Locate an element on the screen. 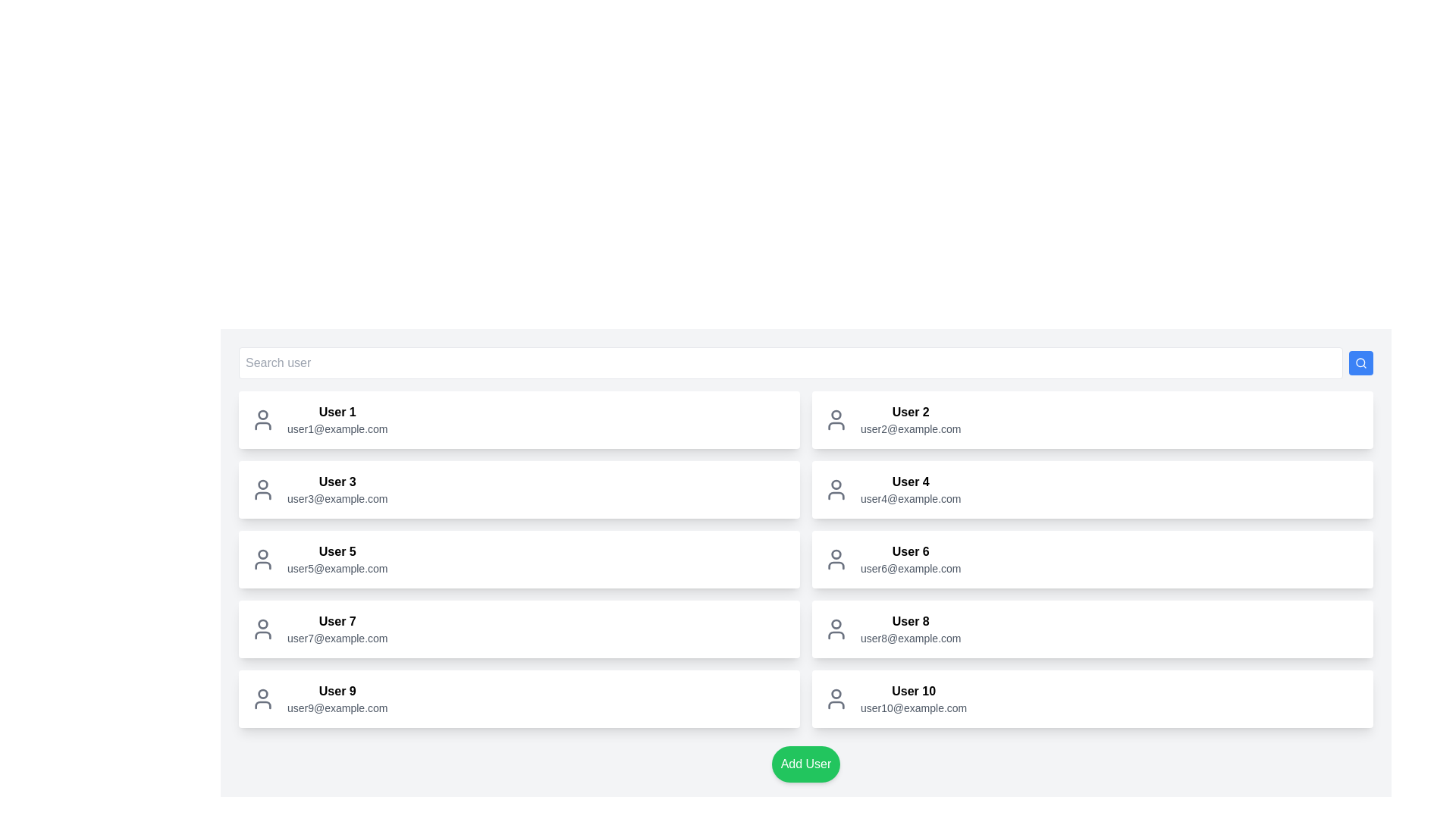 This screenshot has width=1456, height=819. the user silhouette icon representing 'User 8' in the user information card located in the second column's fourth row is located at coordinates (836, 629).